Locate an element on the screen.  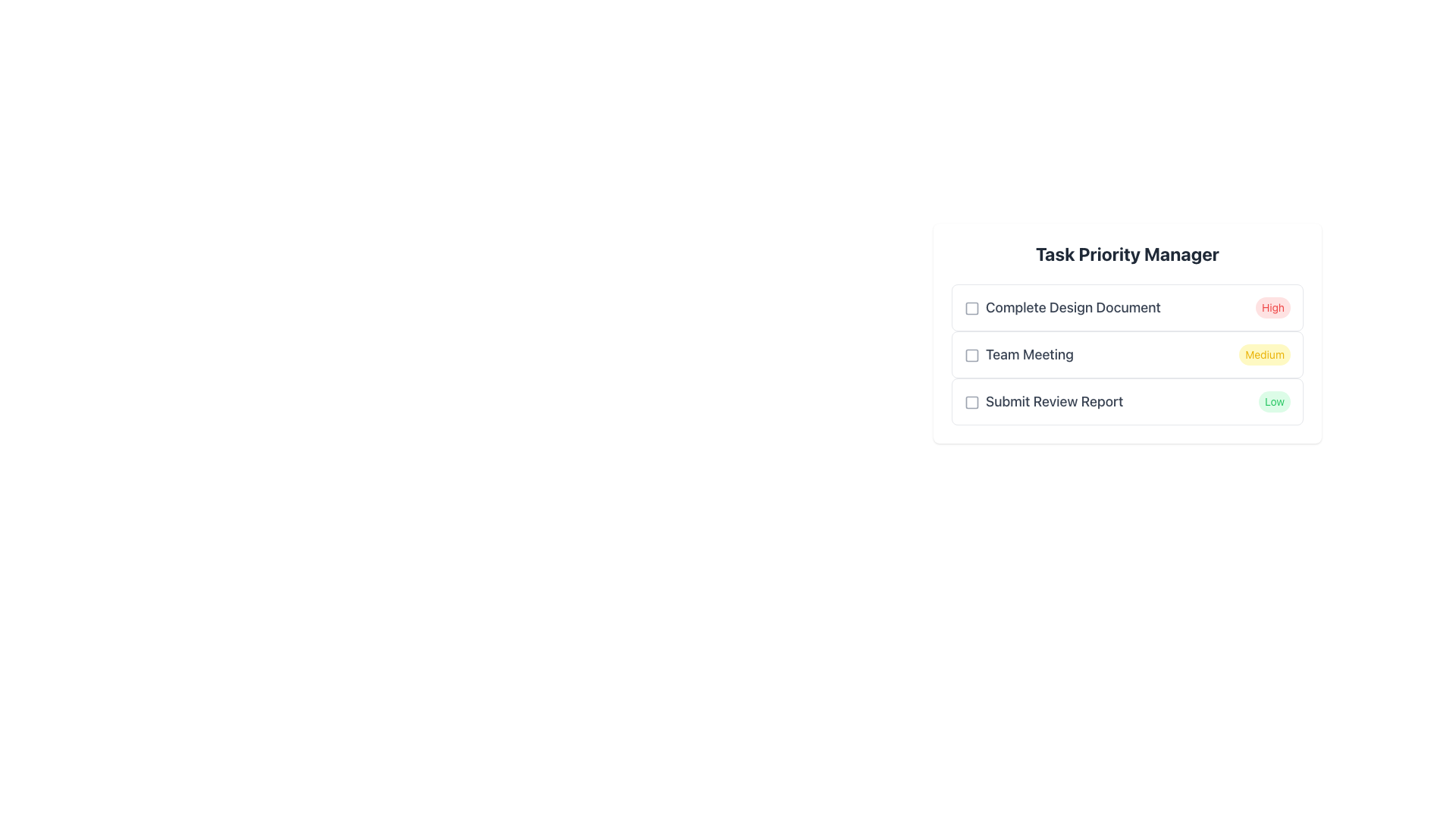
the checkboxes in the Task Priority Manager is located at coordinates (1128, 332).